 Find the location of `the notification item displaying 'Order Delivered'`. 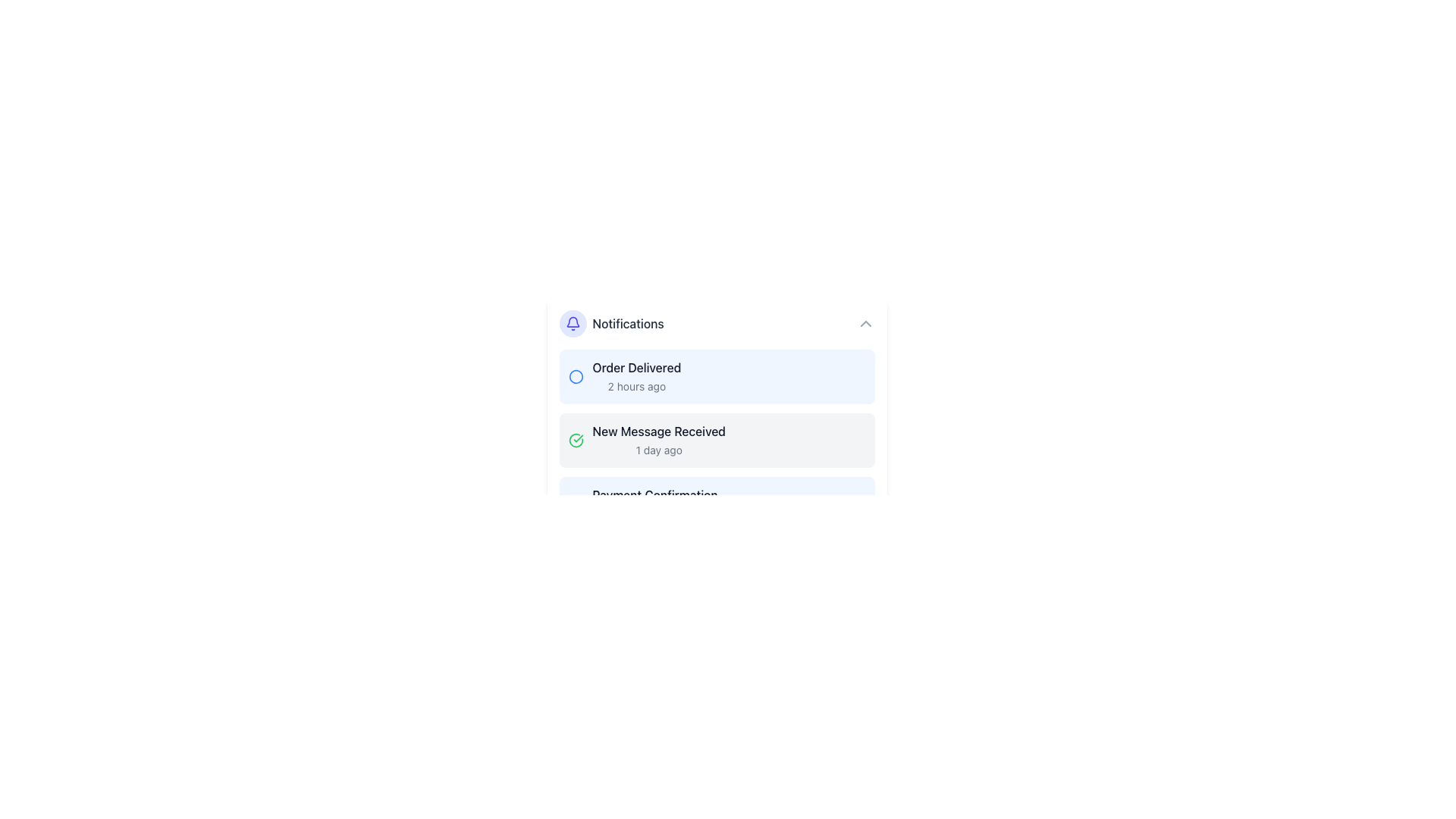

the notification item displaying 'Order Delivered' is located at coordinates (624, 376).